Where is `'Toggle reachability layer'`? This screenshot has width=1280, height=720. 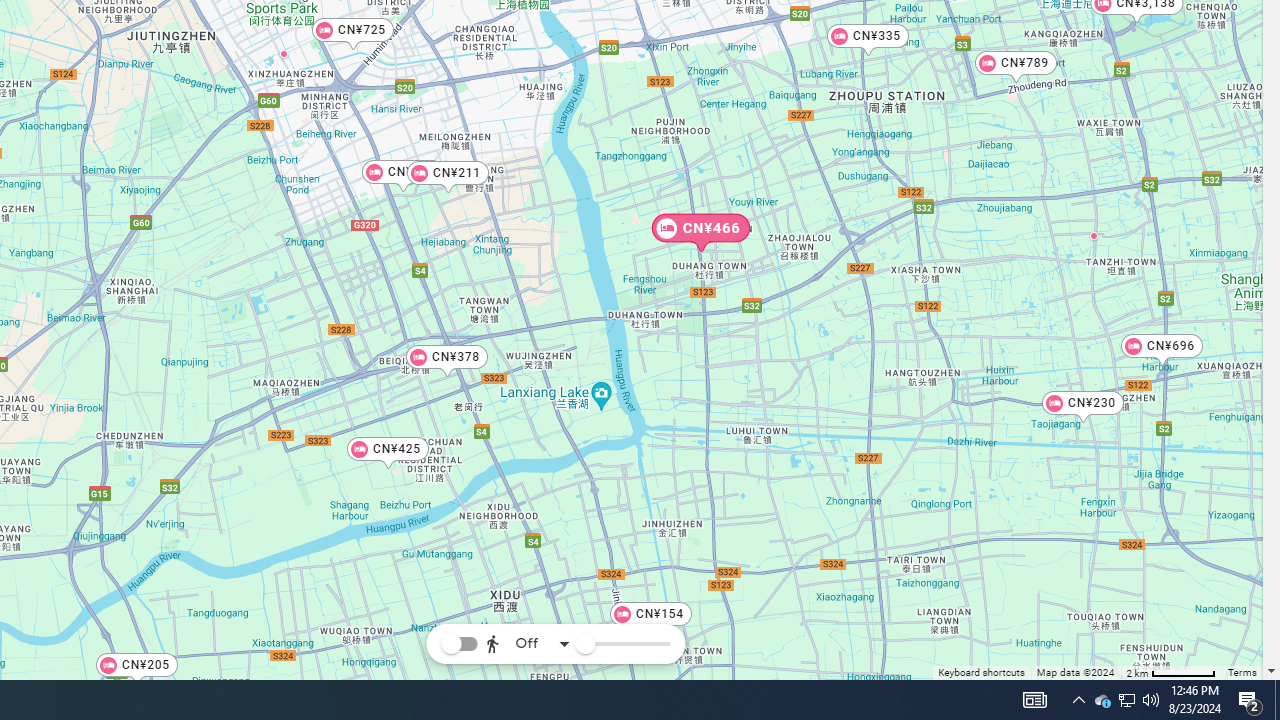 'Toggle reachability layer' is located at coordinates (458, 644).